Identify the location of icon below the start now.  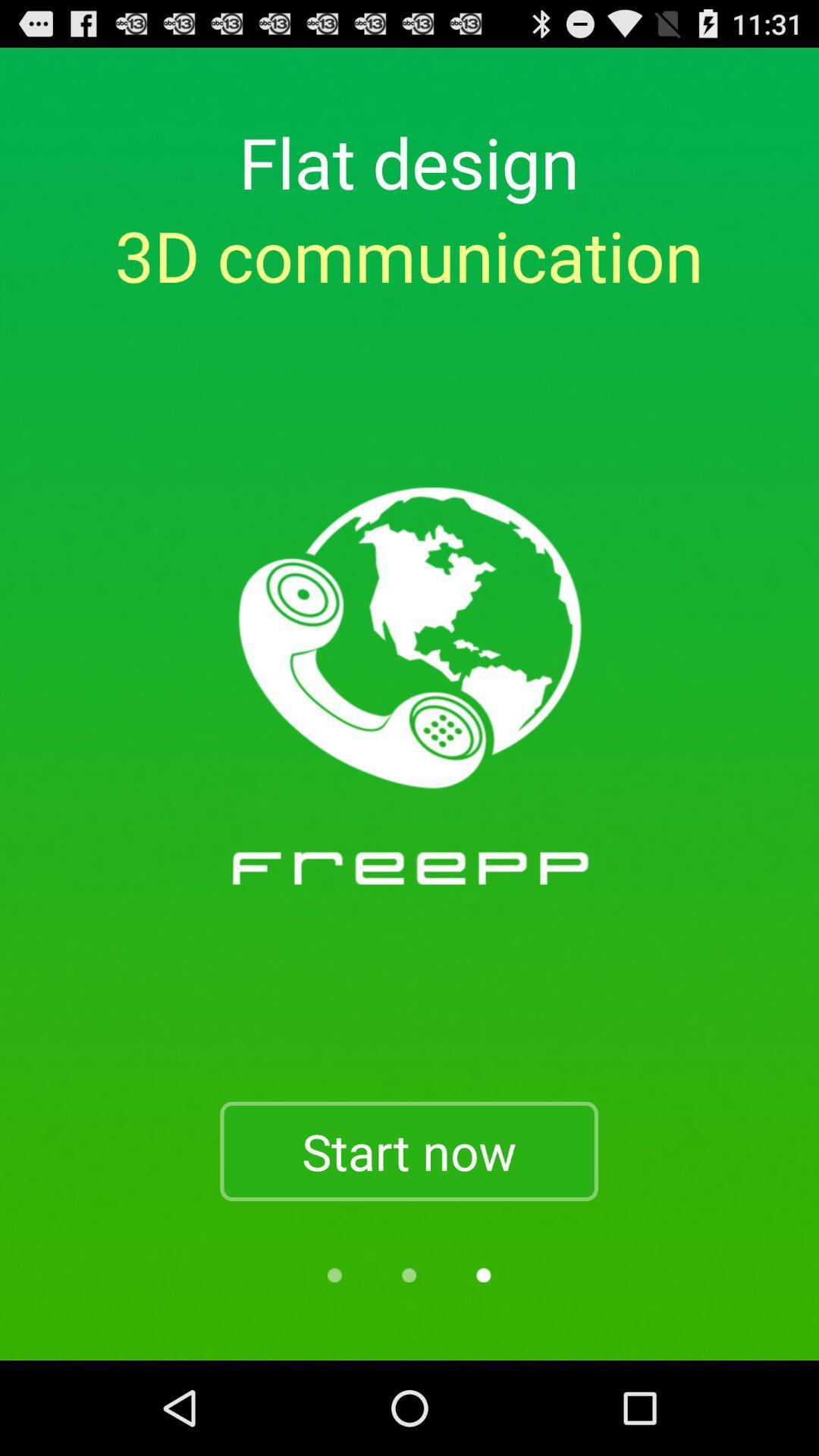
(483, 1274).